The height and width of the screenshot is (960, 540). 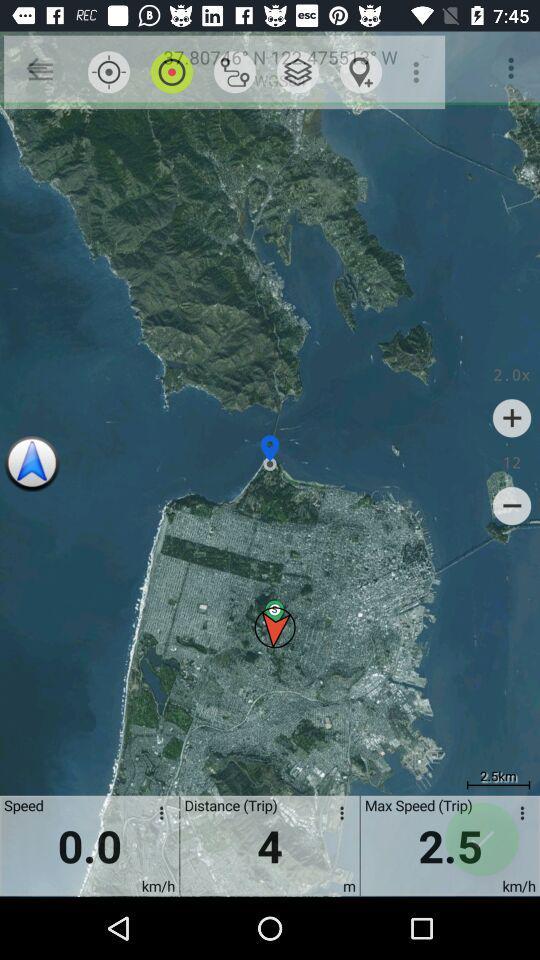 I want to click on speed option, so click(x=518, y=816).